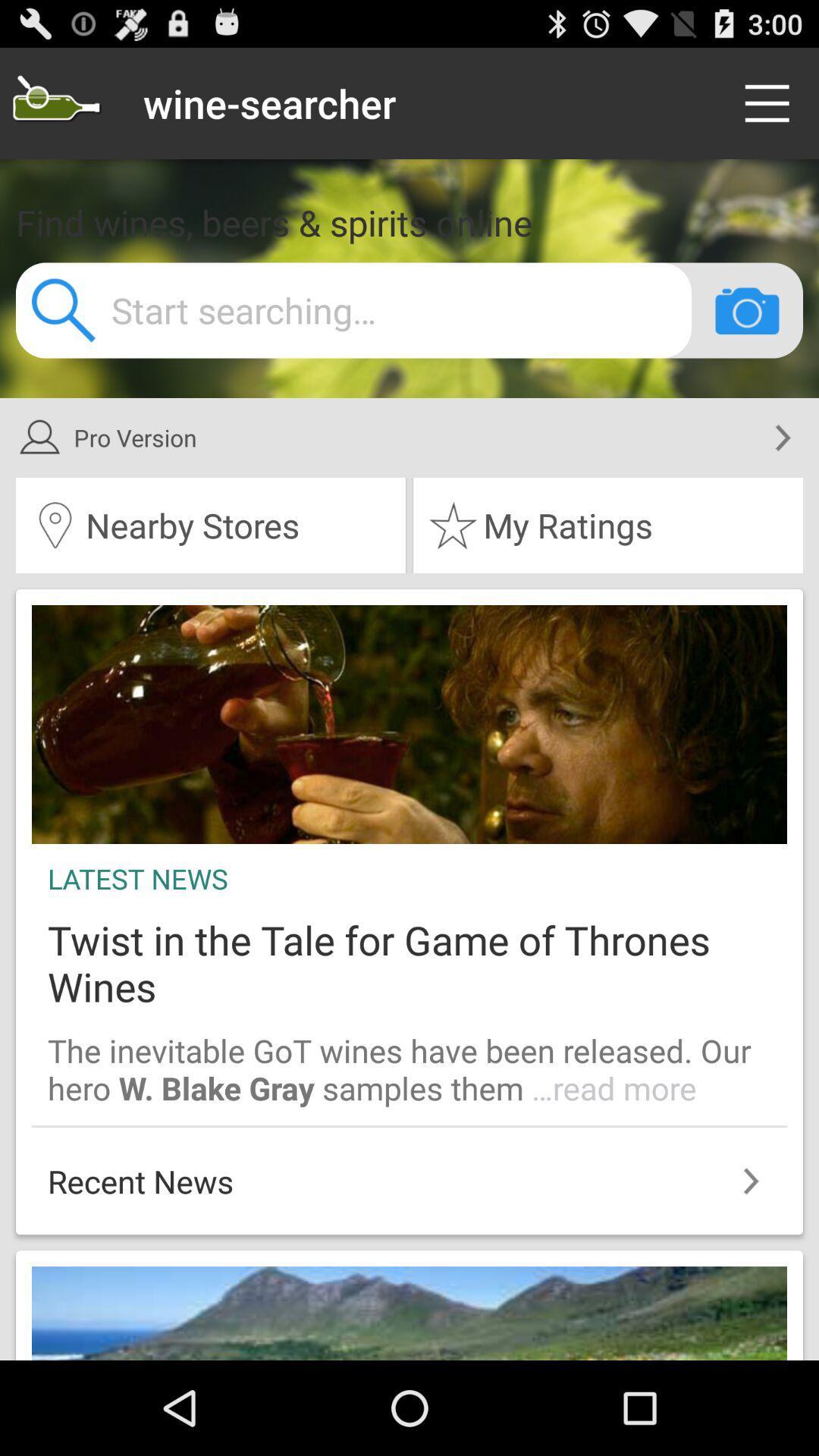 The image size is (819, 1456). I want to click on icon next to wine-searcher item, so click(771, 102).